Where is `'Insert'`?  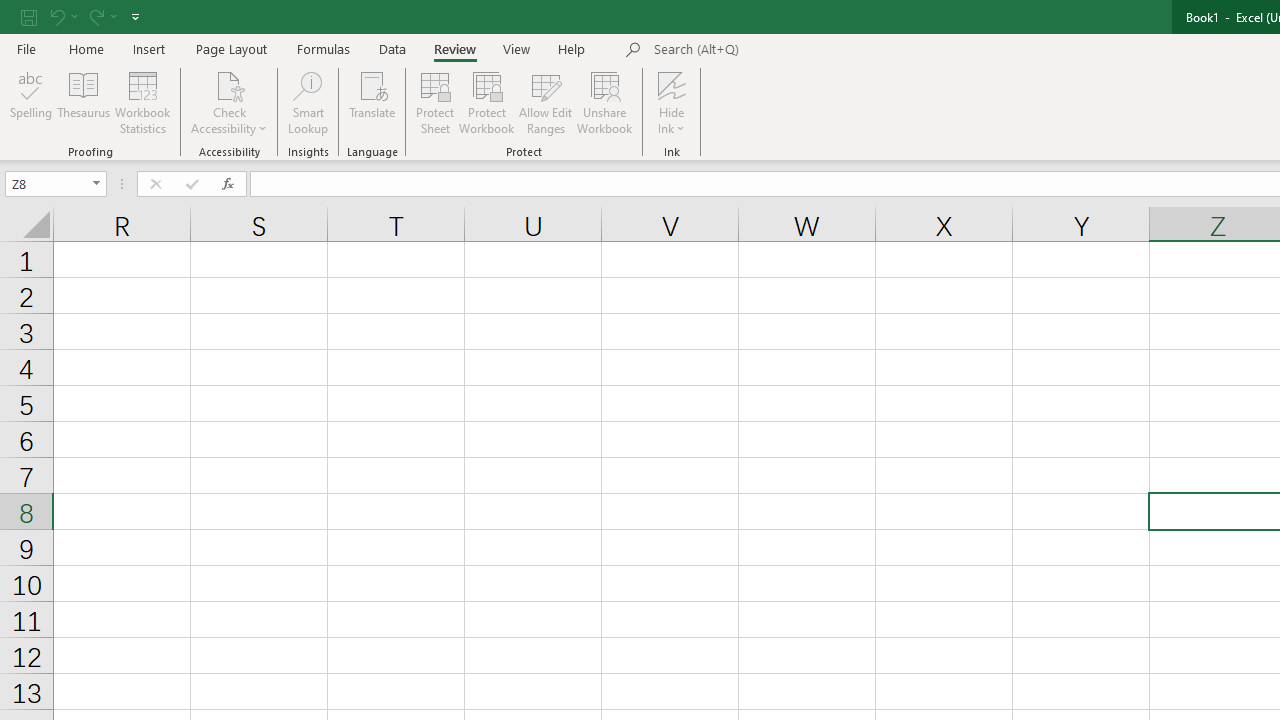
'Insert' is located at coordinates (148, 48).